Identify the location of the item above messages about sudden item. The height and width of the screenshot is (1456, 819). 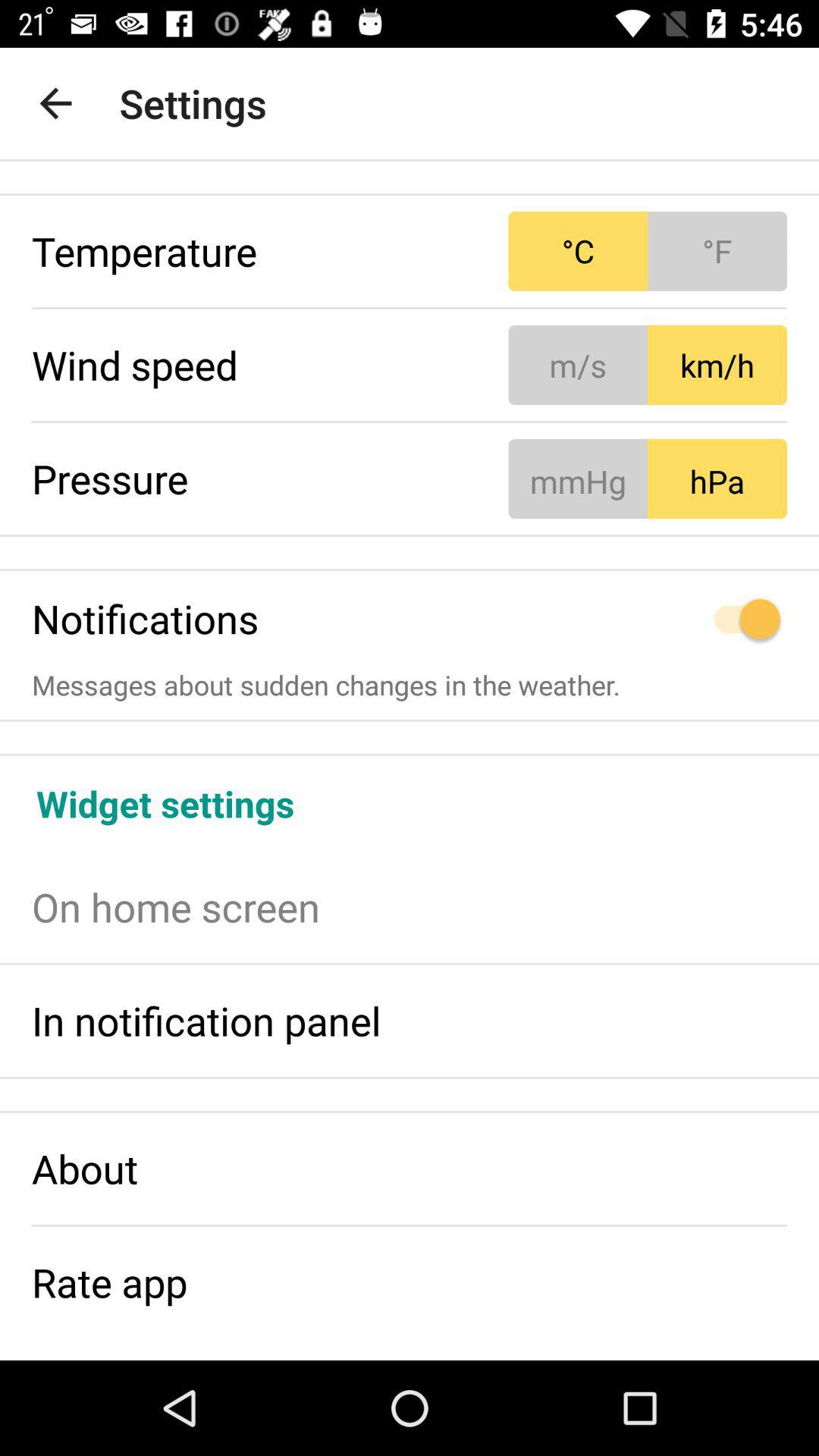
(648, 619).